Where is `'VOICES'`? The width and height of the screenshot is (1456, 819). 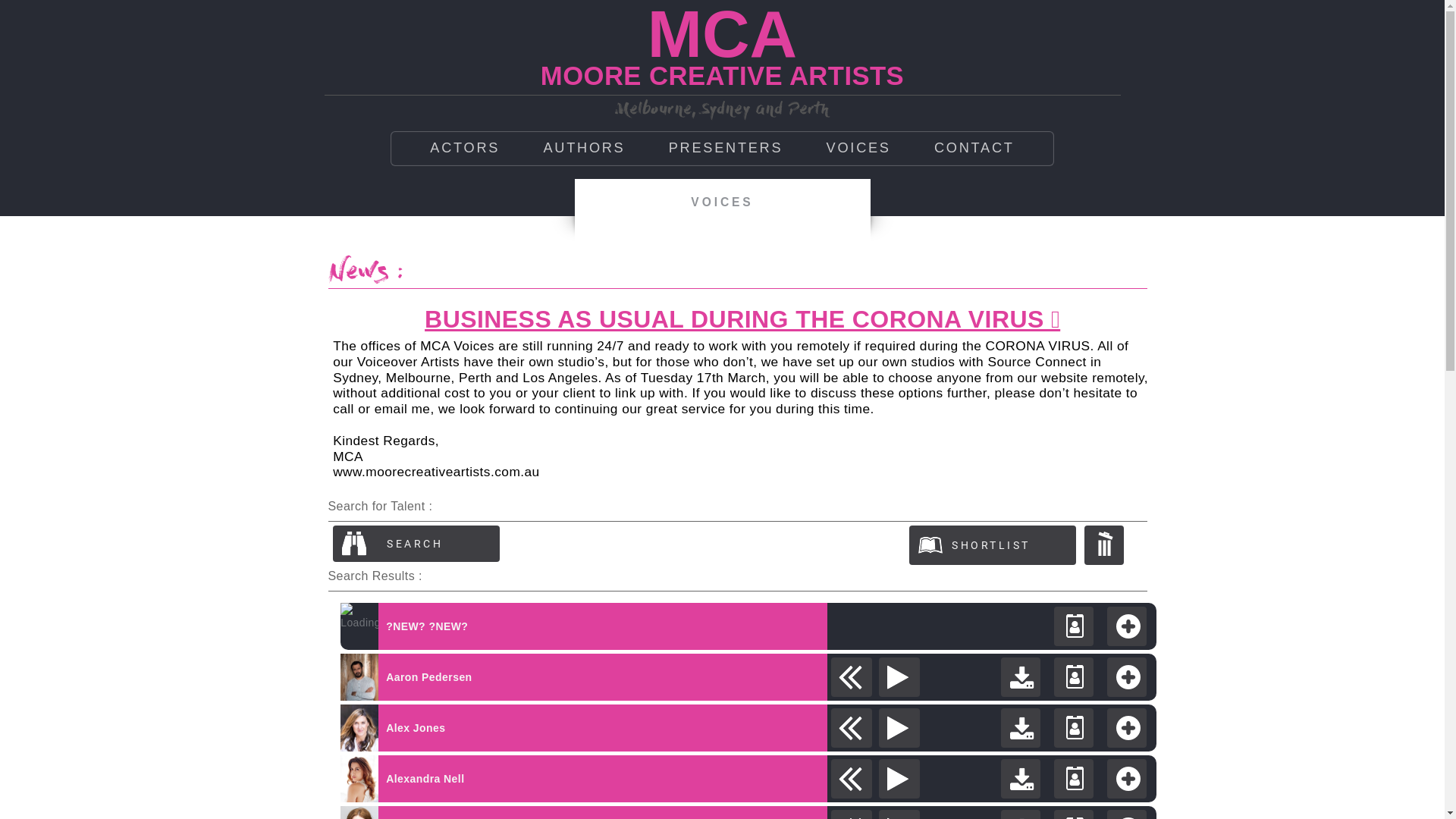 'VOICES' is located at coordinates (825, 149).